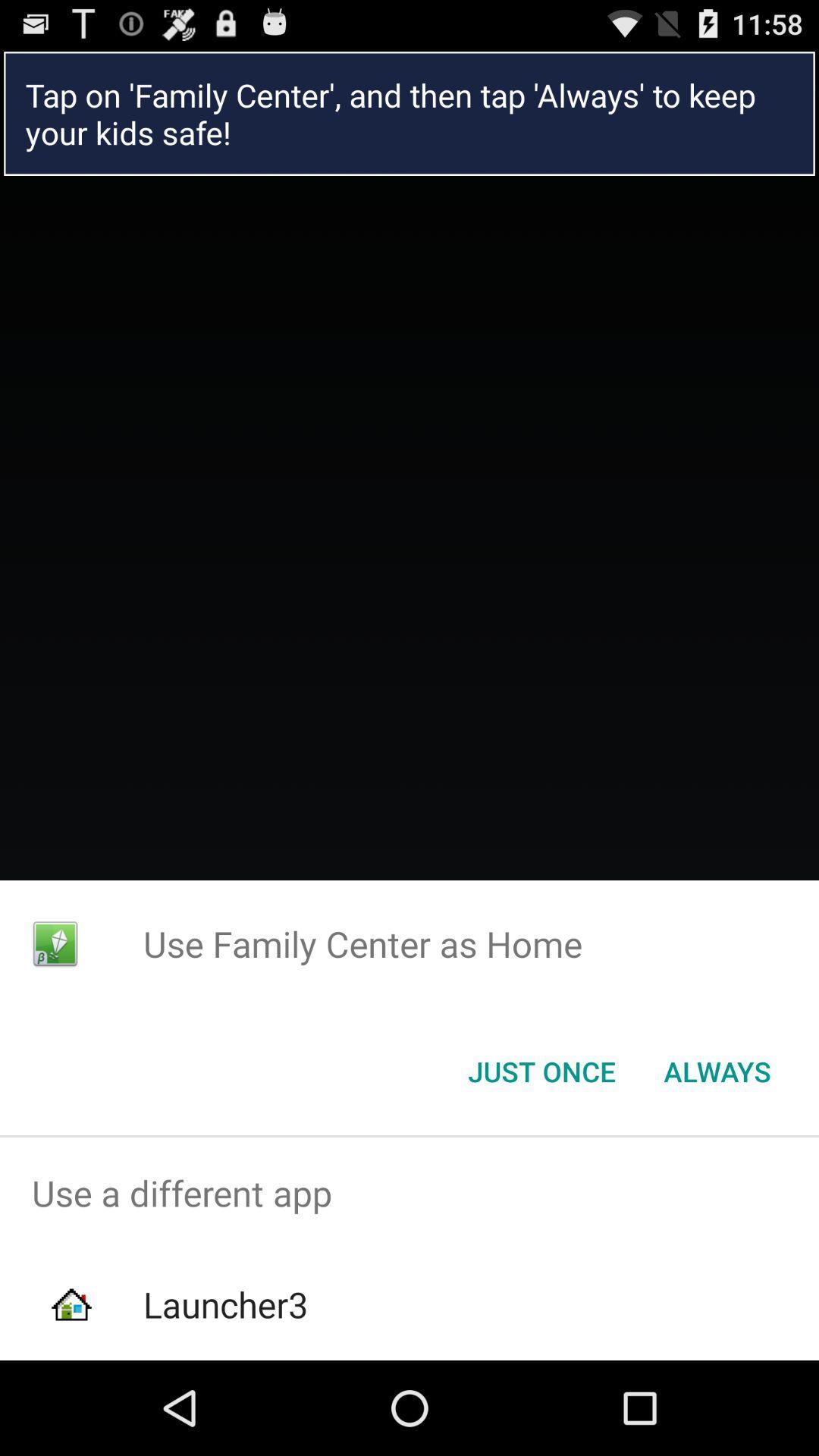 This screenshot has height=1456, width=819. Describe the element at coordinates (717, 1070) in the screenshot. I see `item at the bottom right corner` at that location.